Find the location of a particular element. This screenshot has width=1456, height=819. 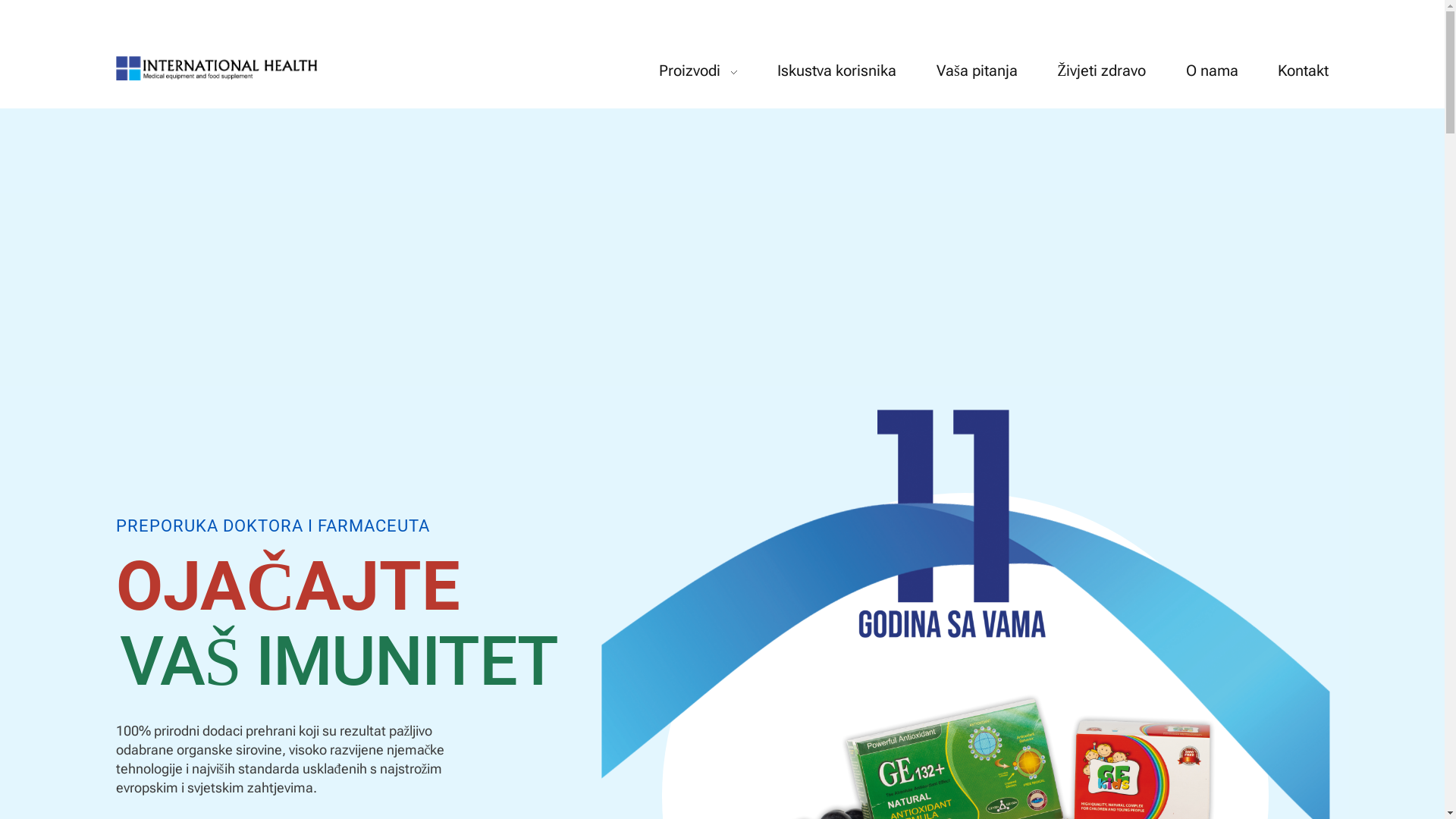

'Iskustva korisnika' is located at coordinates (836, 70).